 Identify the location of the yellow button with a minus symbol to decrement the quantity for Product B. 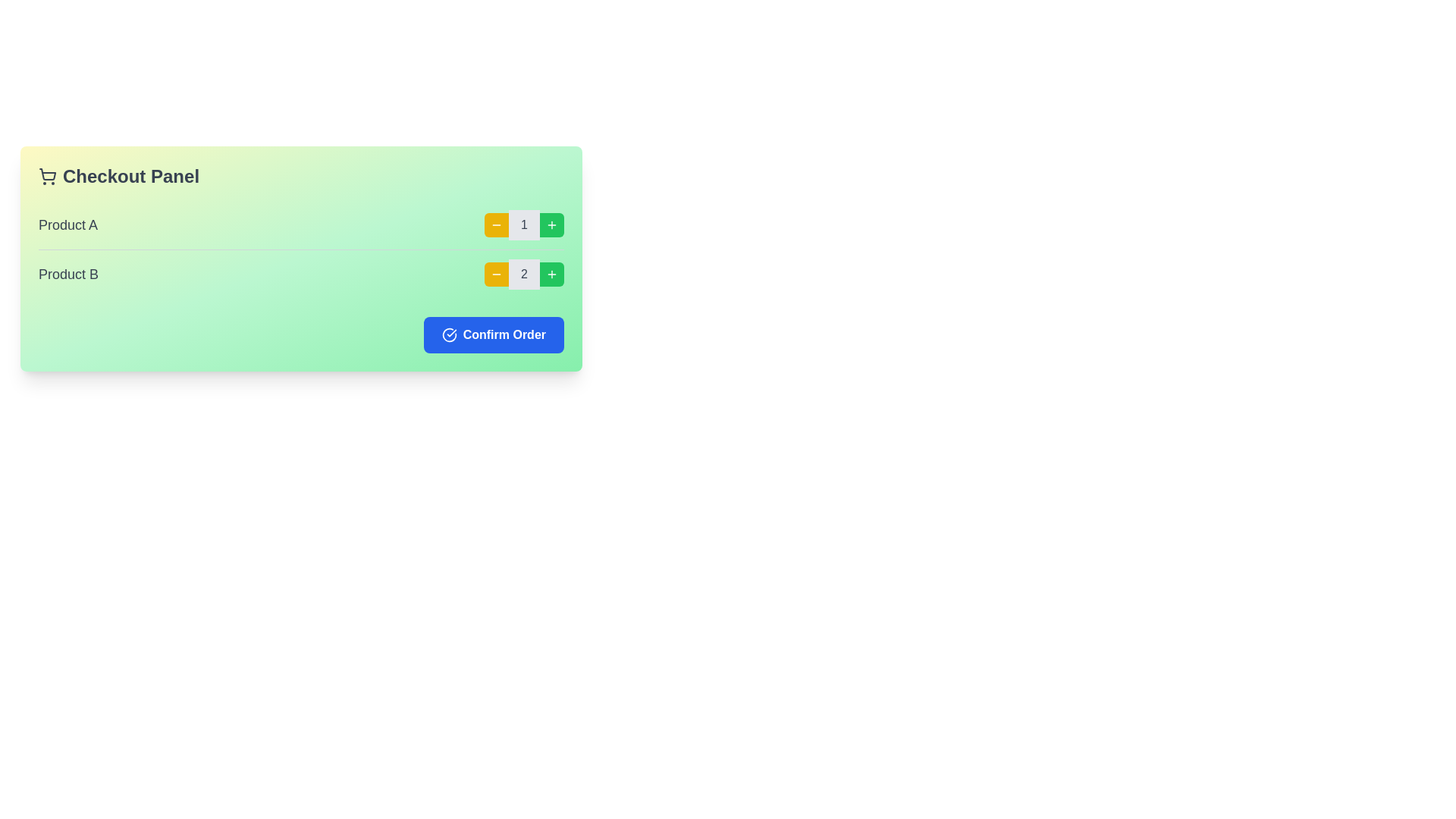
(497, 275).